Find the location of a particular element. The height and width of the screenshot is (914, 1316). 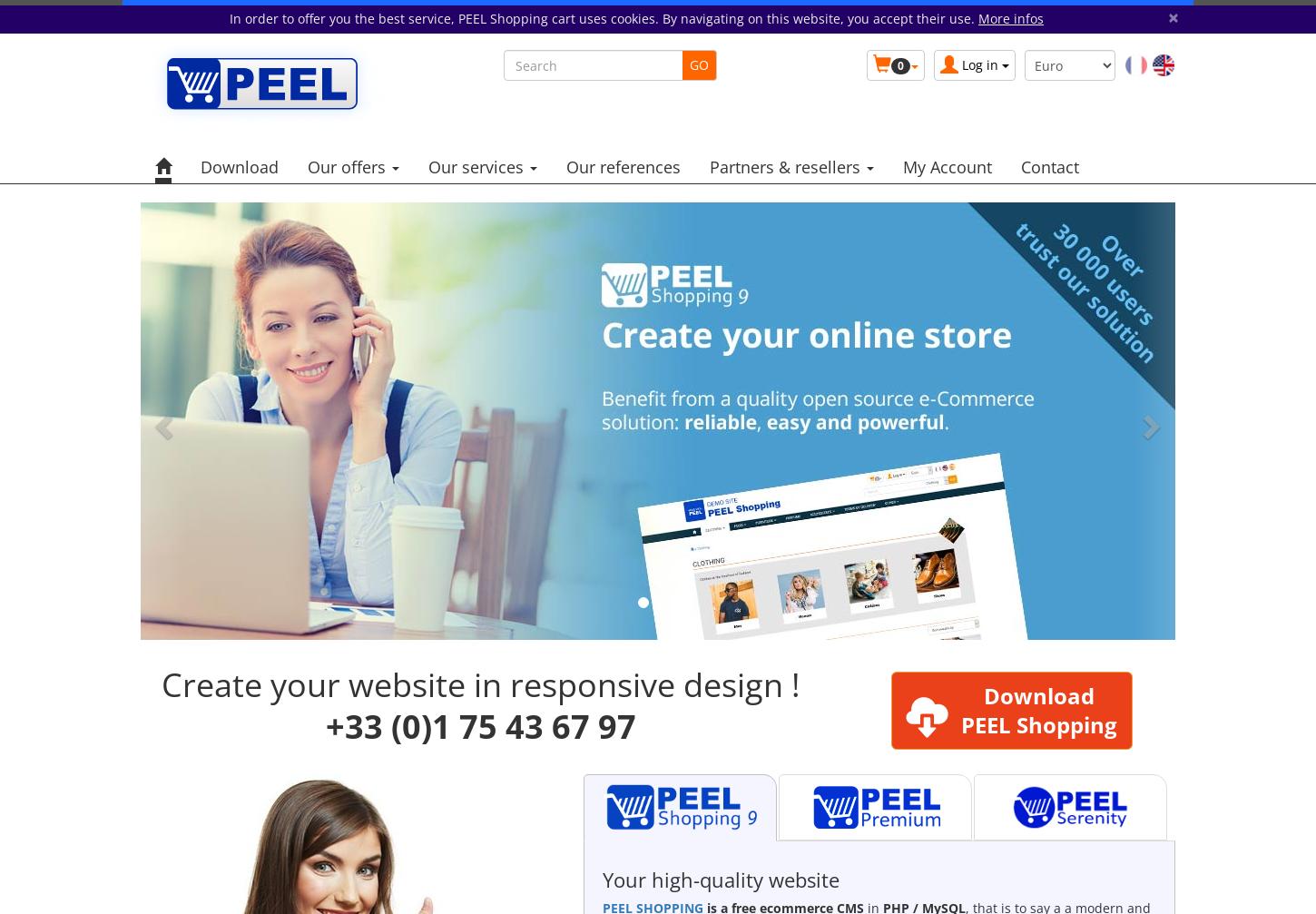

'Our references' is located at coordinates (623, 166).